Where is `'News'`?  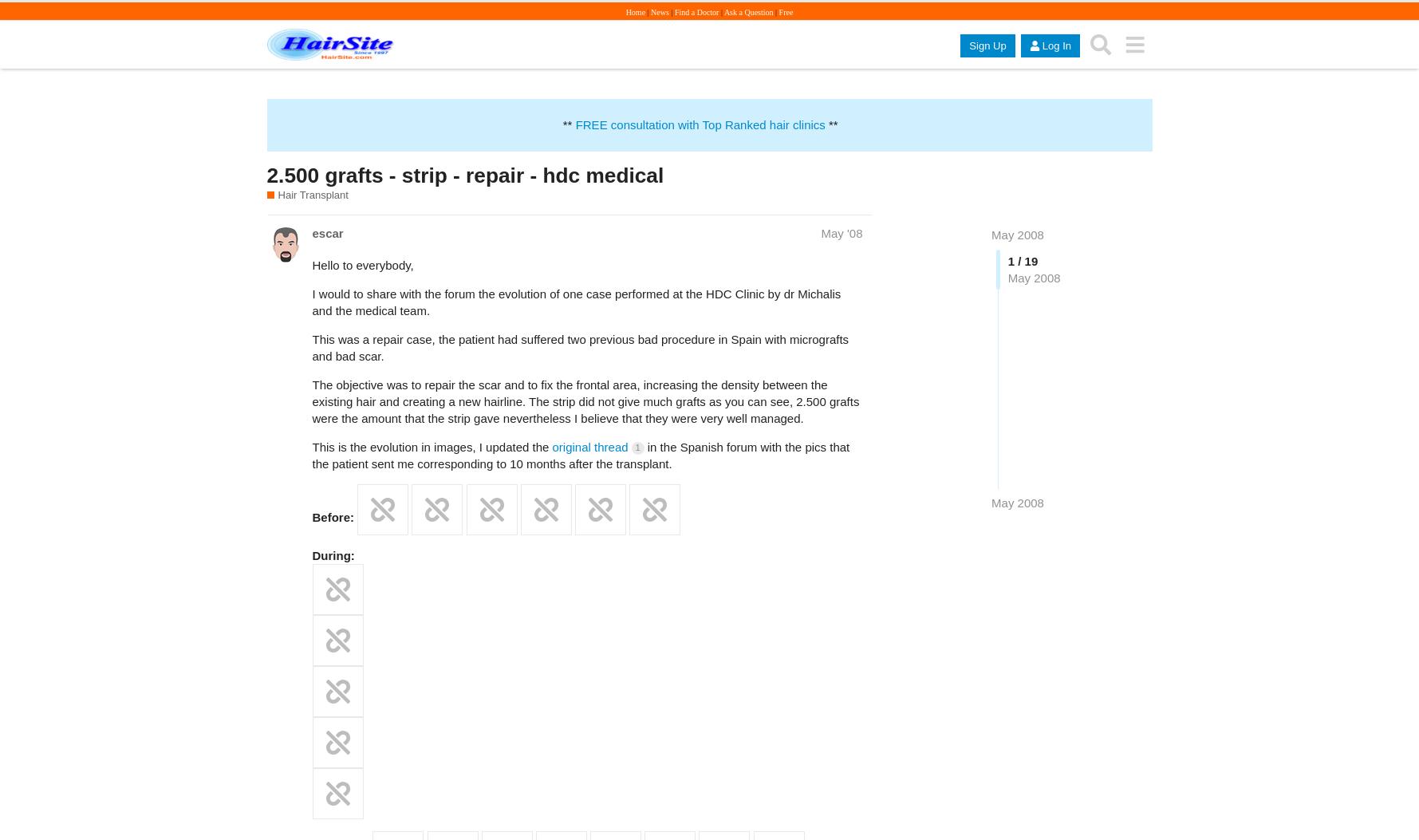 'News' is located at coordinates (660, 12).